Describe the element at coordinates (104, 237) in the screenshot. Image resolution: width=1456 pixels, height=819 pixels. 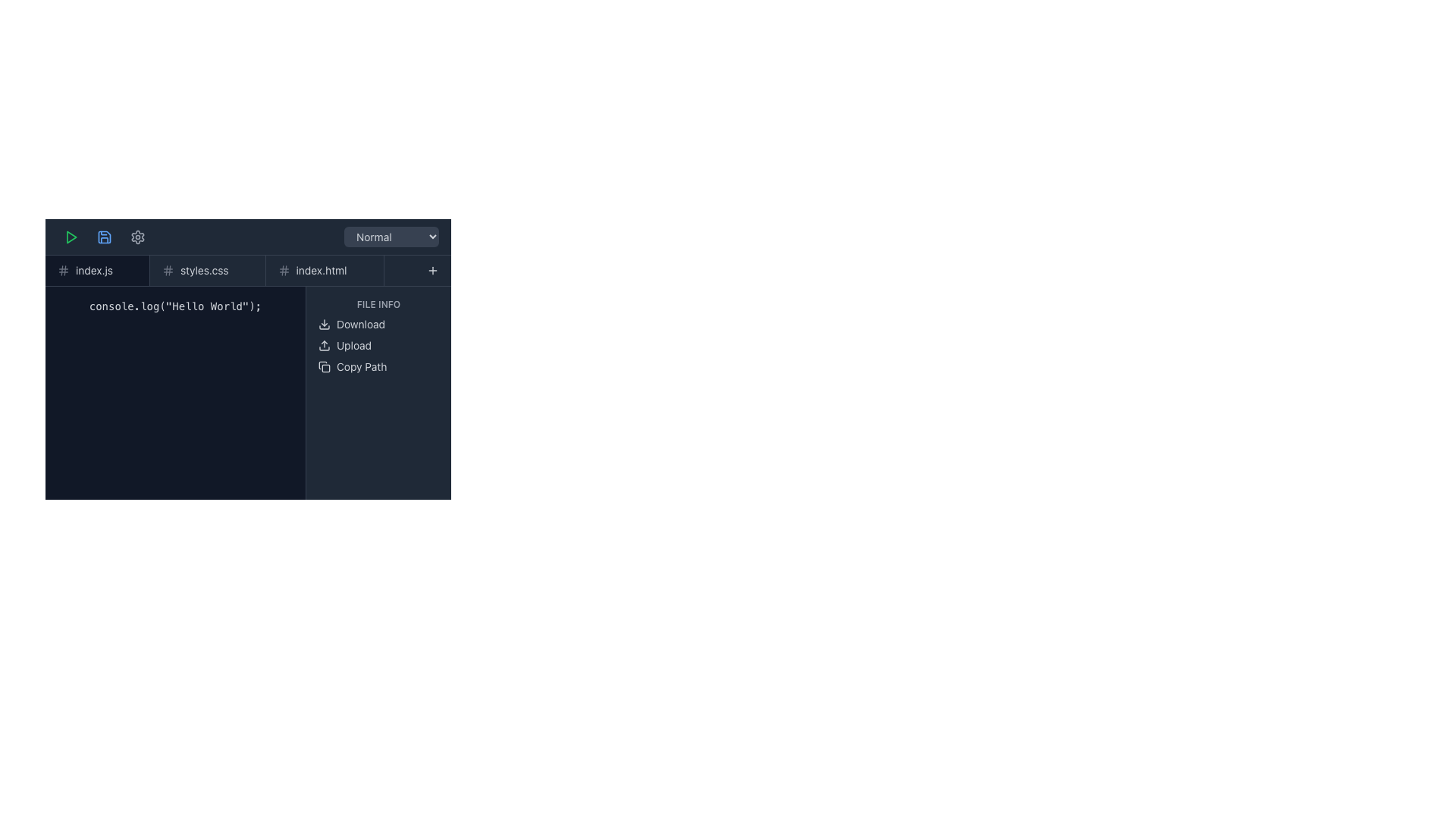
I see `the SVG save icon located in the toolbar at the top-right corner of the interface` at that location.